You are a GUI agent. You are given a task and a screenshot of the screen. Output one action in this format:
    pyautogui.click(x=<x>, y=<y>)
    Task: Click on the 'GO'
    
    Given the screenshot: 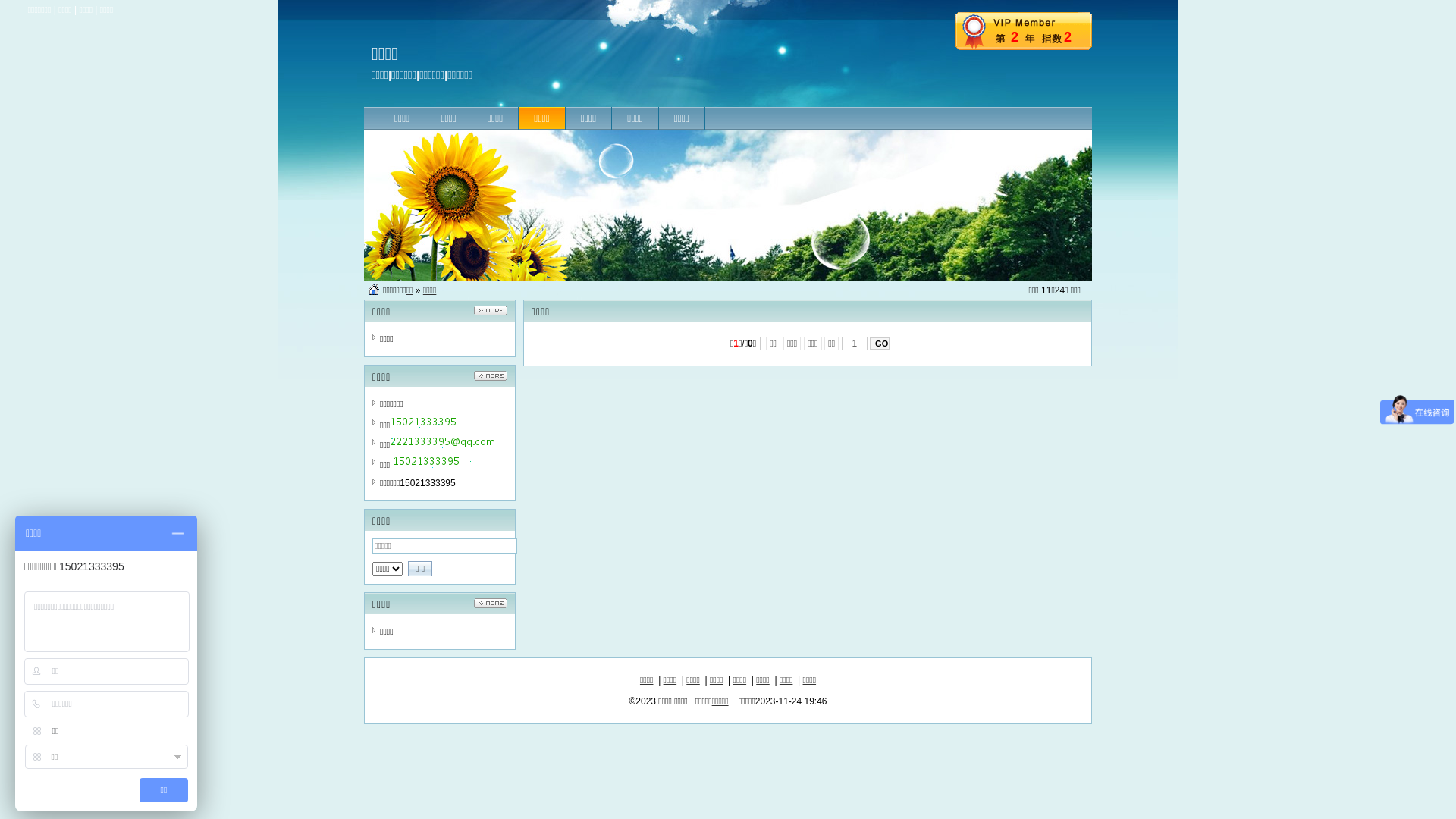 What is the action you would take?
    pyautogui.click(x=880, y=343)
    